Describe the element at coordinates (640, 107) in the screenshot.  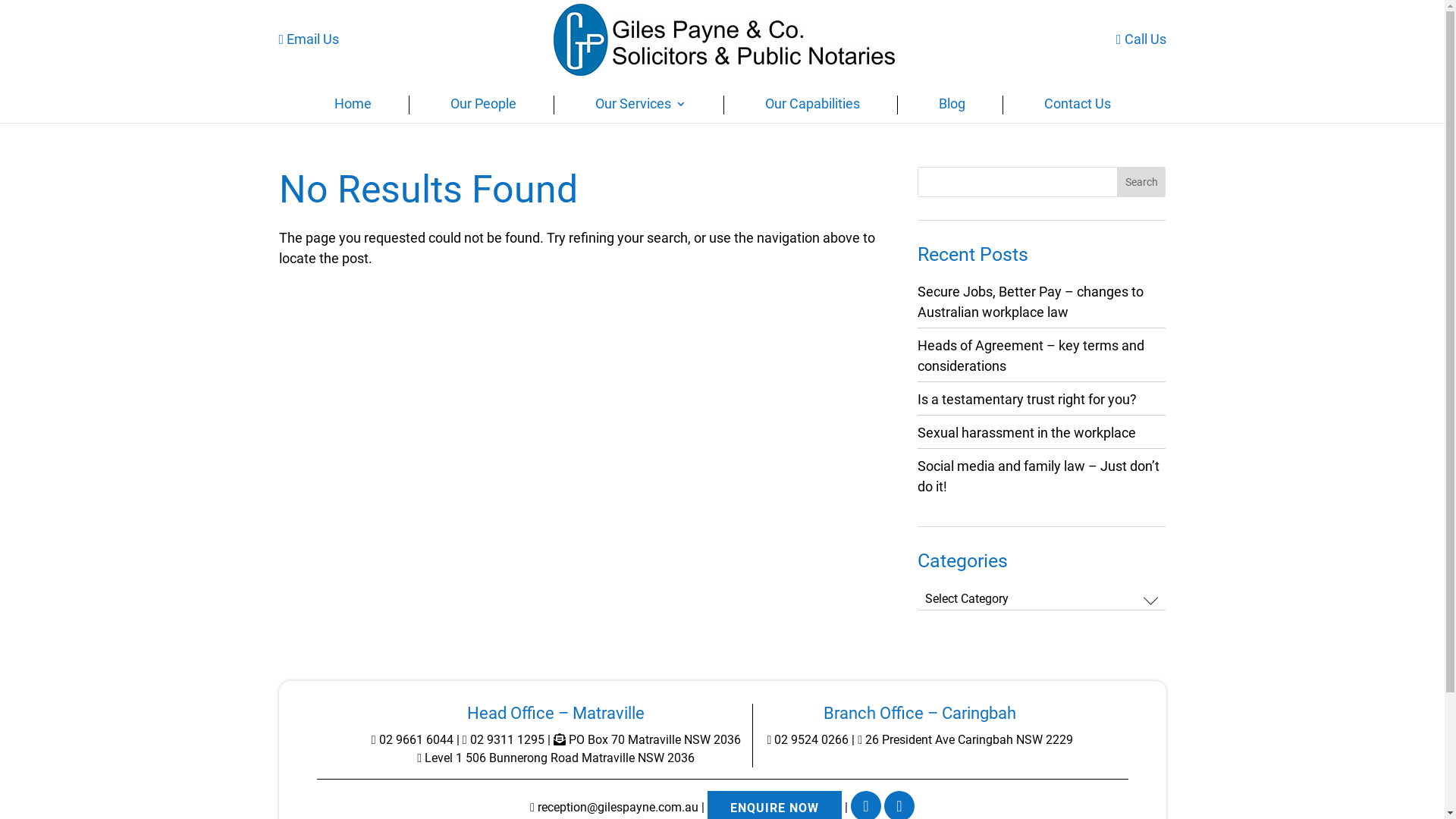
I see `'Our Services'` at that location.